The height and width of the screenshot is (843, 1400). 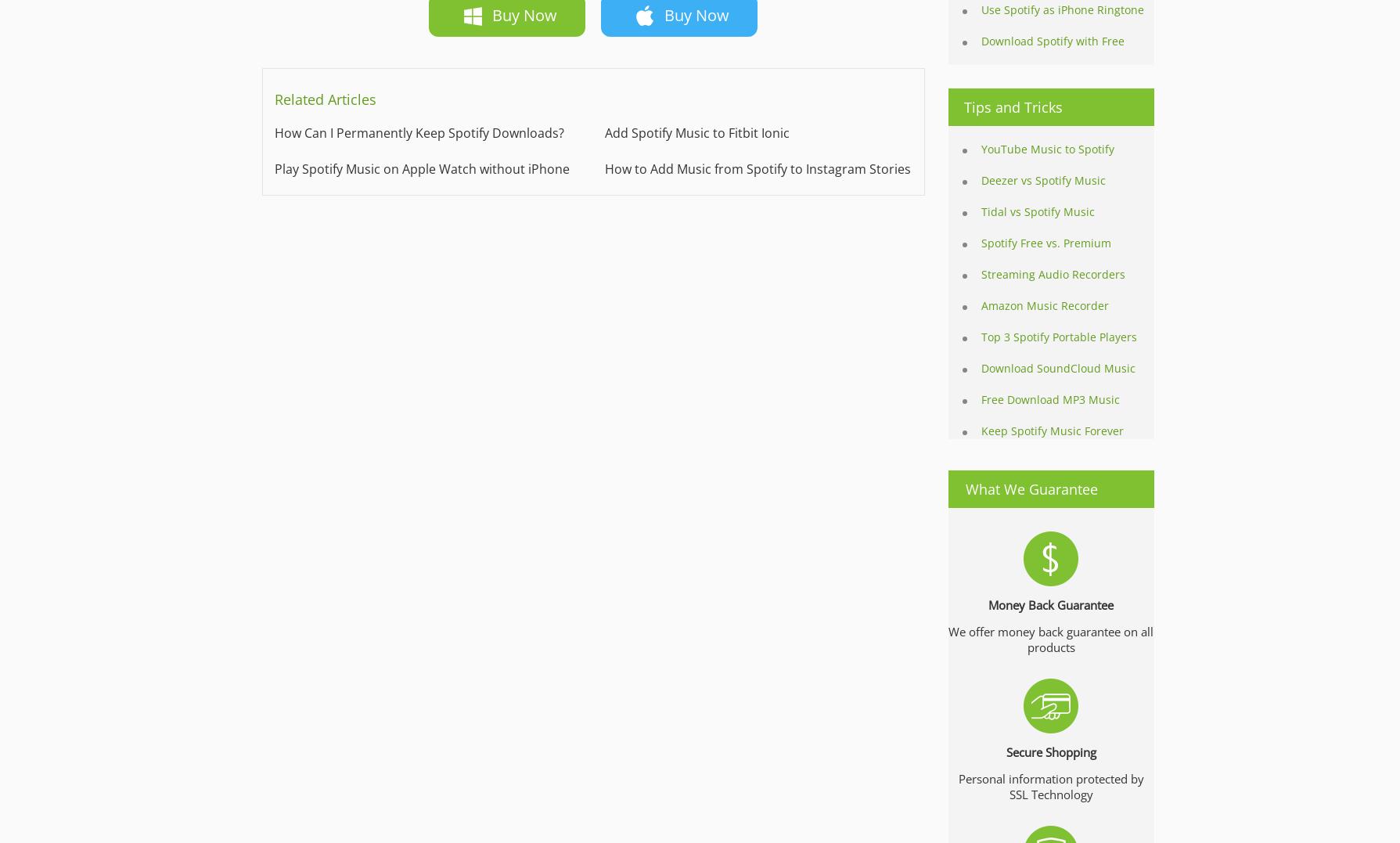 I want to click on 'Keep Spotify Music Forever', so click(x=1052, y=431).